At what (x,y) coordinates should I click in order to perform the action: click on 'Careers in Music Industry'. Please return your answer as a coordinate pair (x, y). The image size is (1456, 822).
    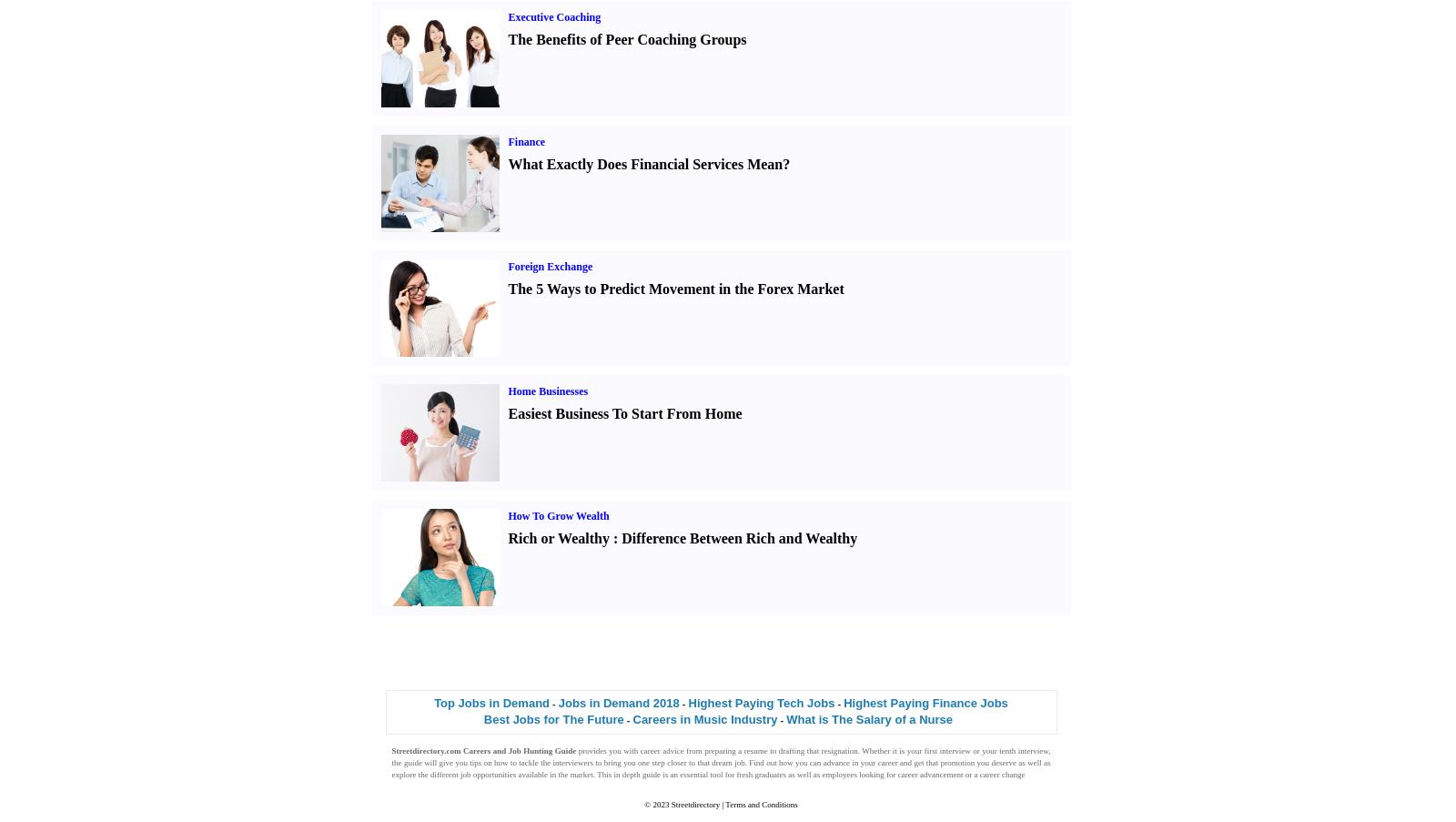
    Looking at the image, I should click on (704, 718).